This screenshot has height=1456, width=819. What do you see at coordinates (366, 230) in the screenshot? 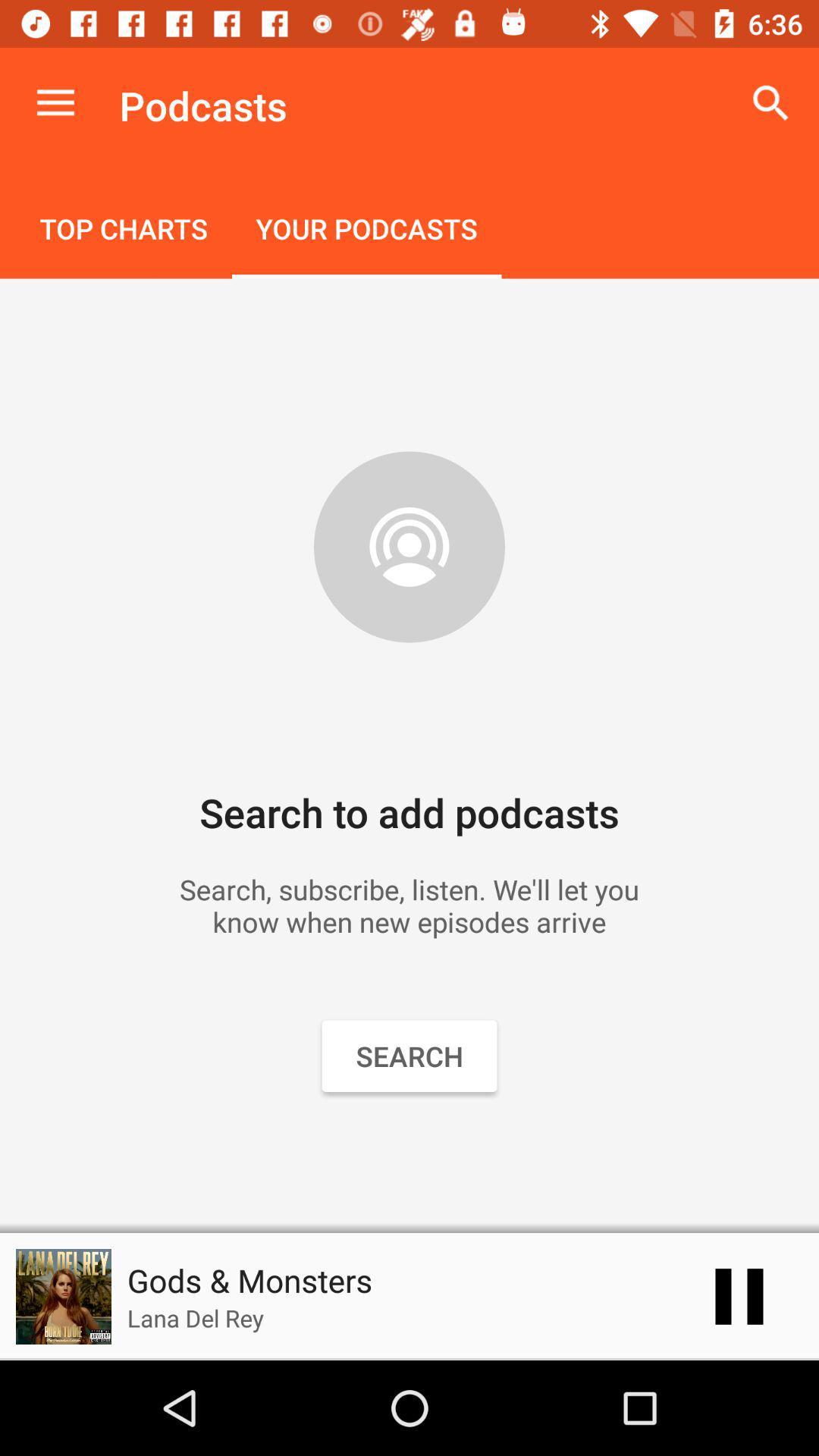
I see `icon to the right of top charts` at bounding box center [366, 230].